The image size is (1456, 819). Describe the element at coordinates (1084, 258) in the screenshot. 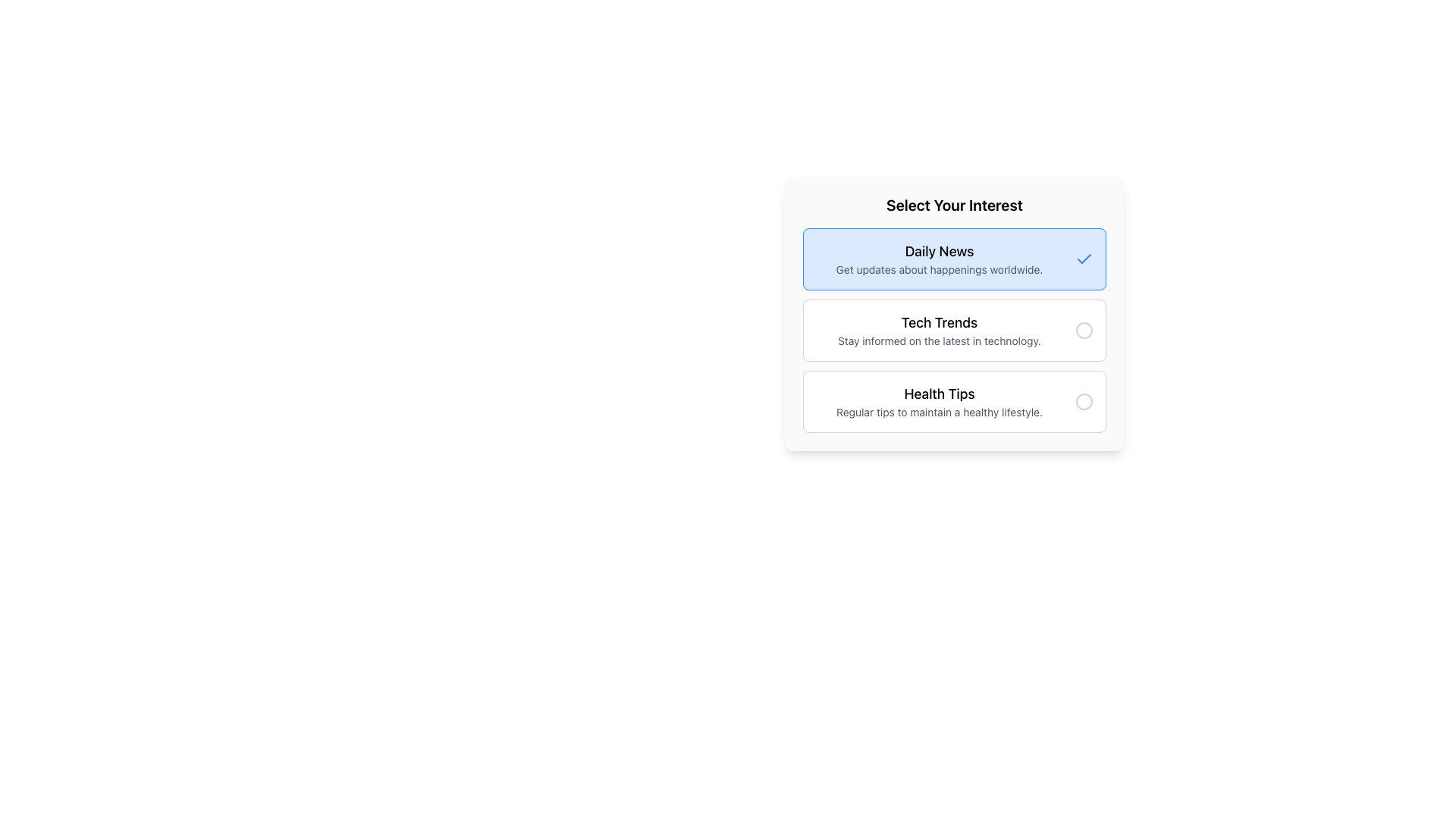

I see `the selection state represented by the blue checkmark icon located inside the circular area of the 'Daily News' selection box` at that location.